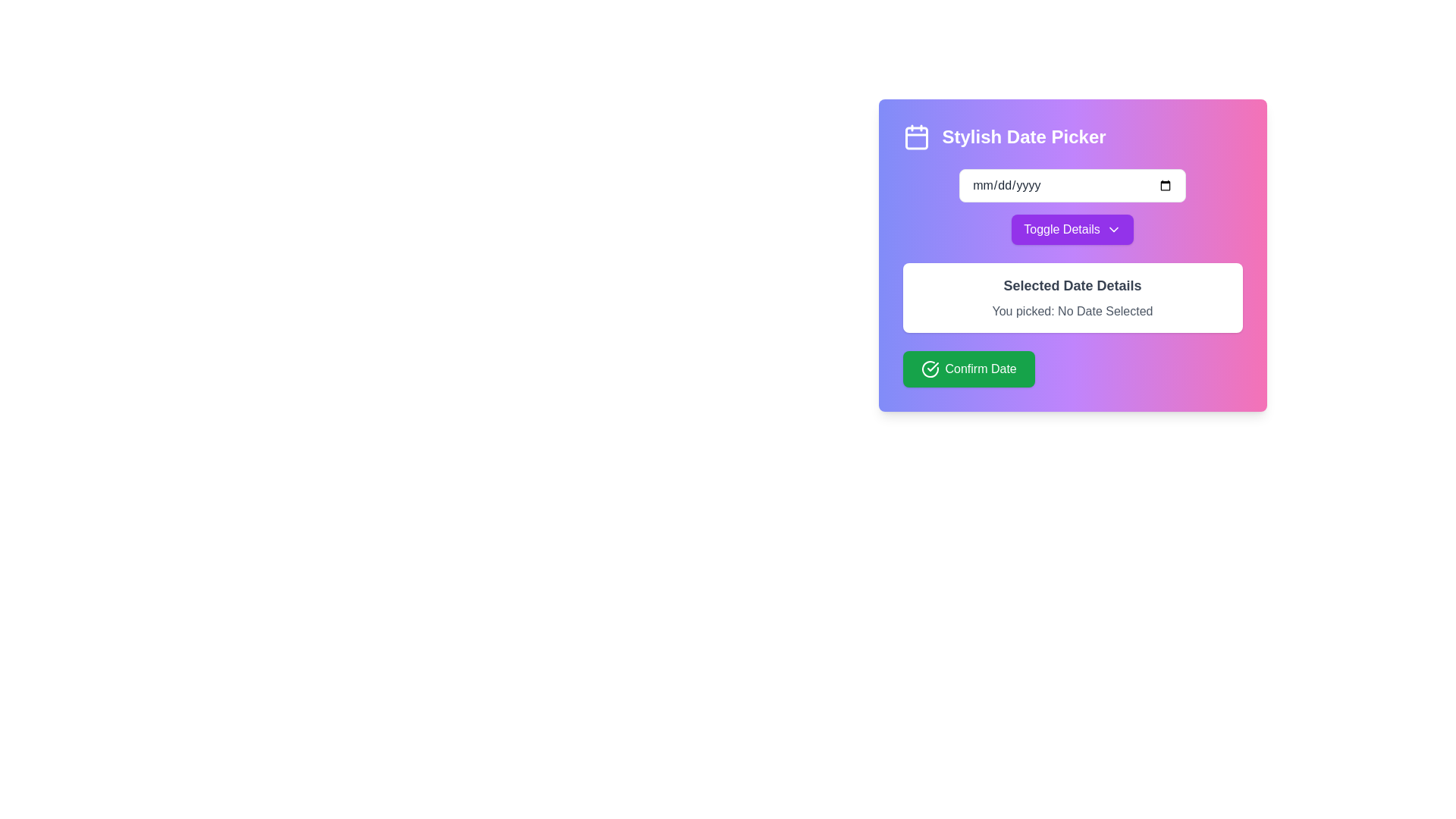 The width and height of the screenshot is (1456, 819). Describe the element at coordinates (1072, 230) in the screenshot. I see `the button that toggles the visibility of additional details related to the date picker, located beneath the date input field and above the date details text` at that location.